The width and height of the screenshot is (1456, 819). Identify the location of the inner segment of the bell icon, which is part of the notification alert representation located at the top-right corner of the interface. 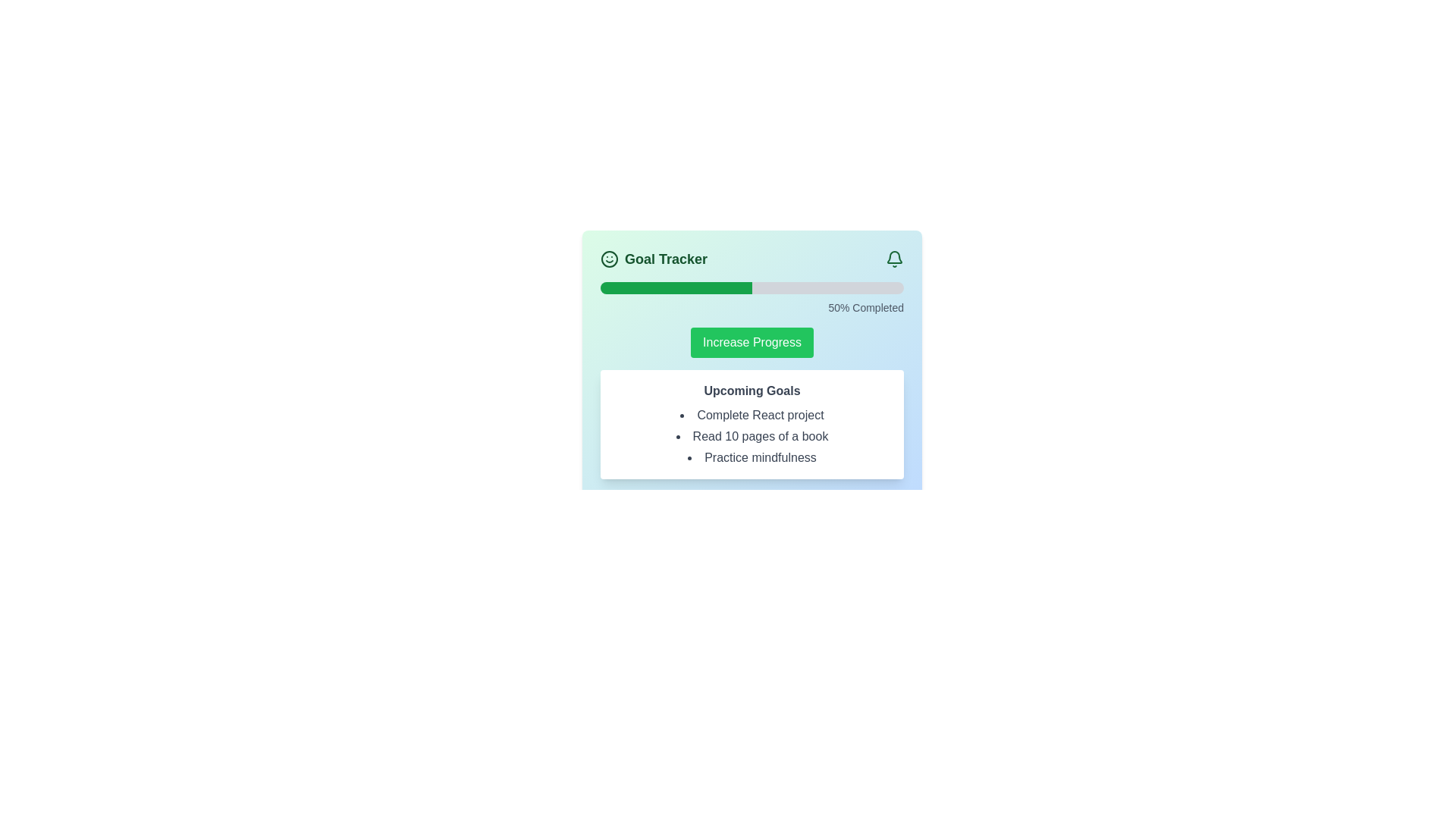
(895, 256).